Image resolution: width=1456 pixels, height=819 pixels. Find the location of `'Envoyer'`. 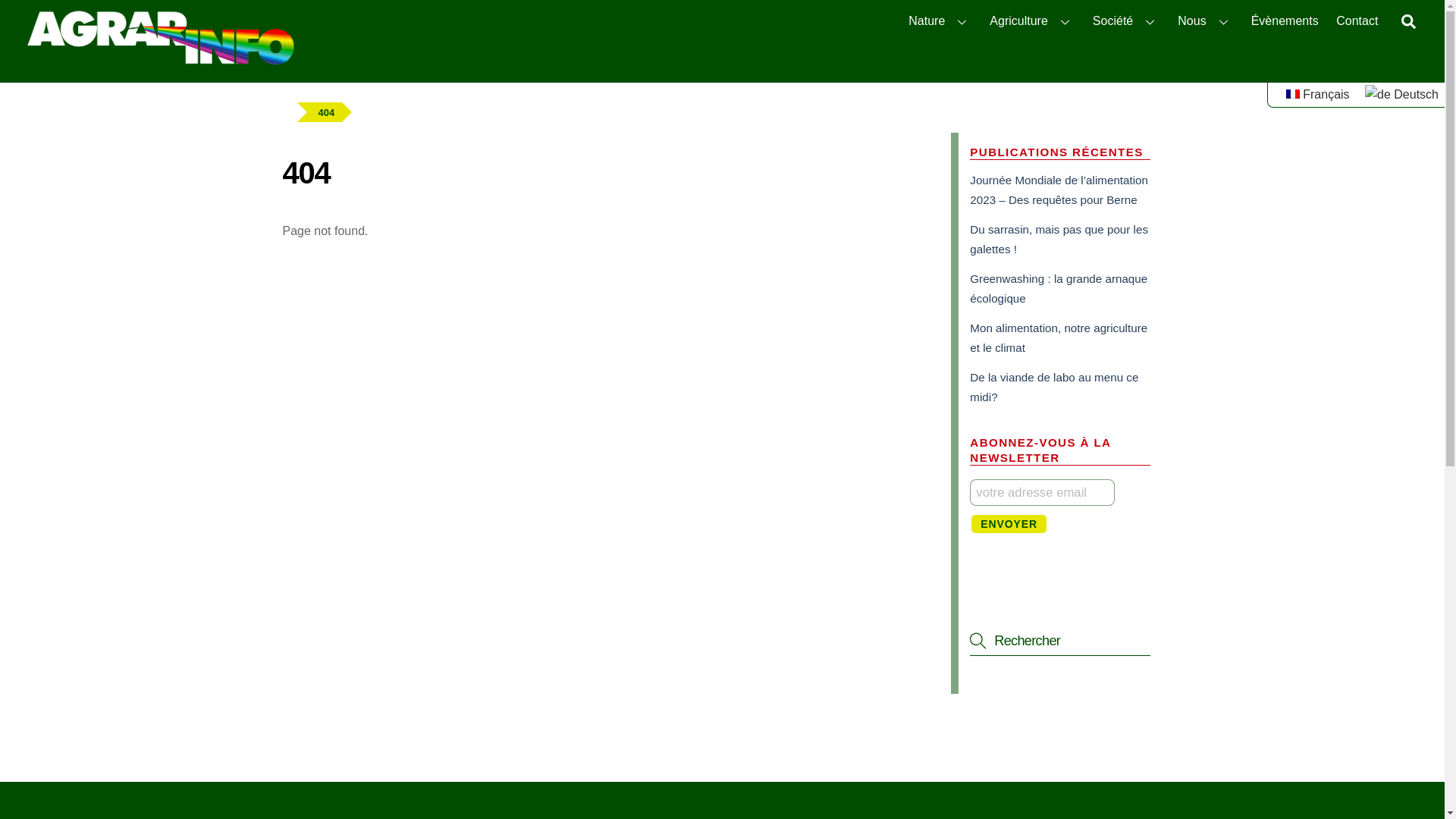

'Envoyer' is located at coordinates (1009, 522).